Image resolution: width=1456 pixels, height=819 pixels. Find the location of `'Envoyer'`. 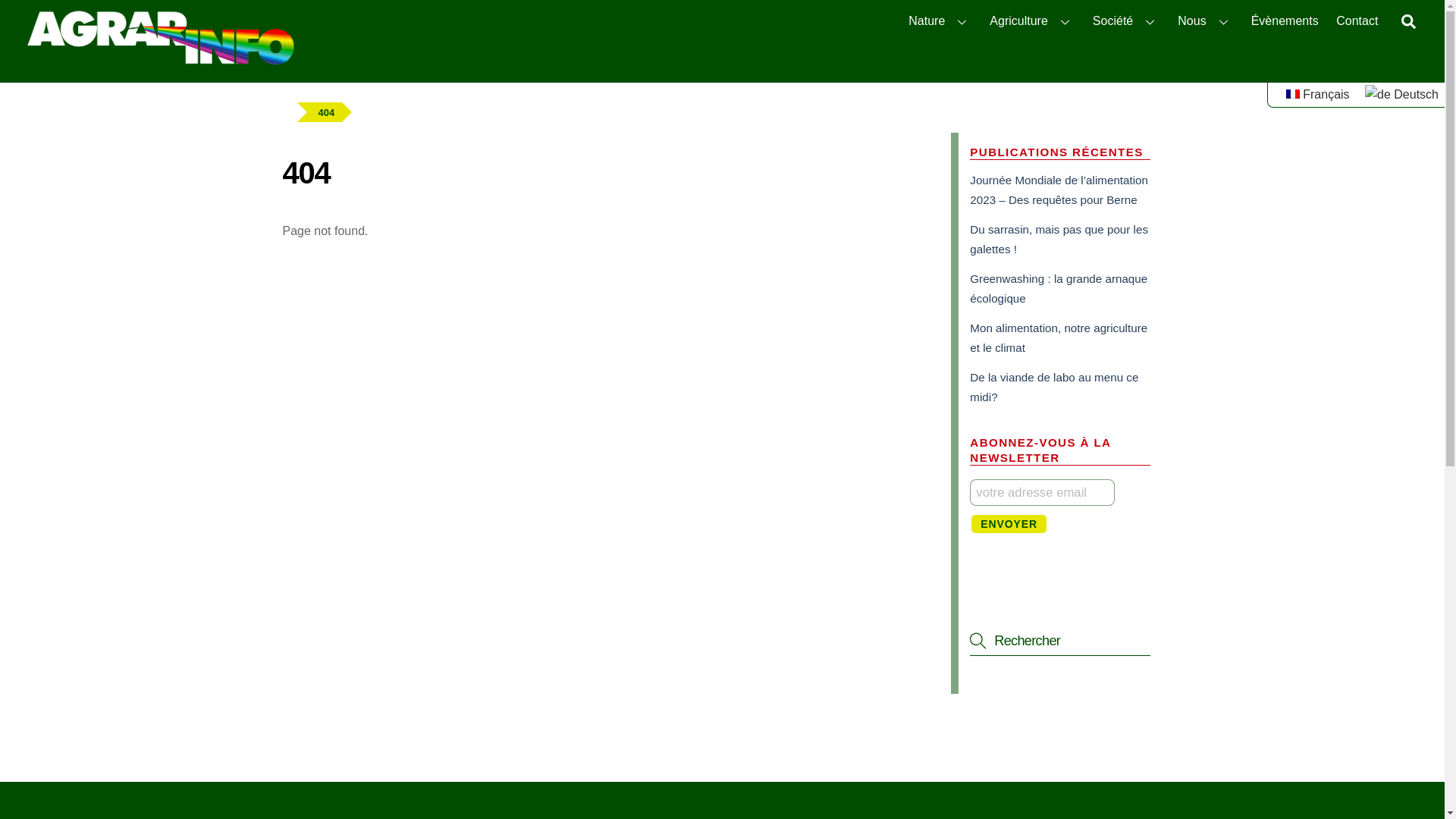

'Envoyer' is located at coordinates (1009, 522).